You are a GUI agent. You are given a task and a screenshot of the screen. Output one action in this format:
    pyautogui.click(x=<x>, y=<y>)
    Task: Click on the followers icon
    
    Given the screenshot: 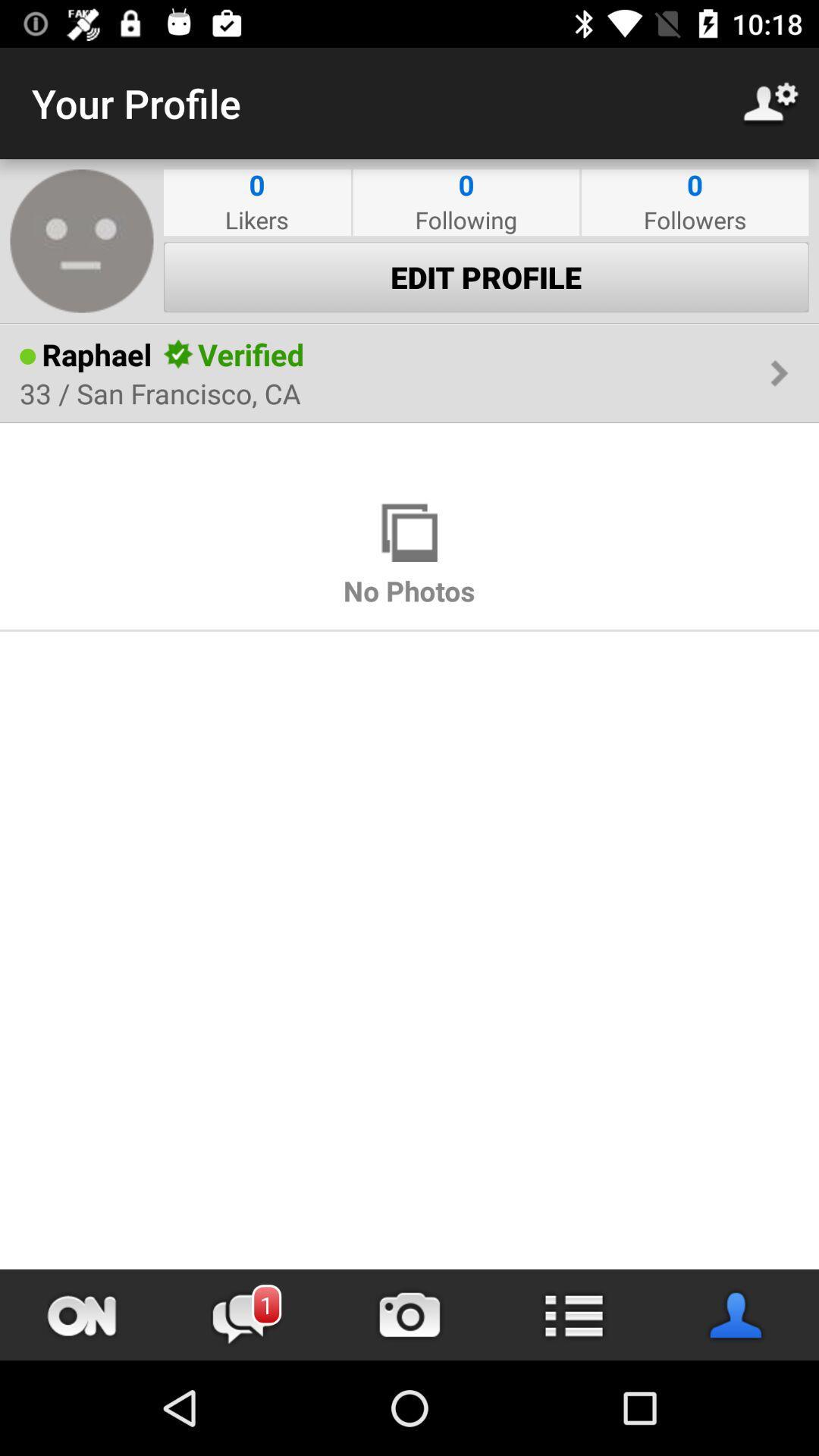 What is the action you would take?
    pyautogui.click(x=695, y=218)
    